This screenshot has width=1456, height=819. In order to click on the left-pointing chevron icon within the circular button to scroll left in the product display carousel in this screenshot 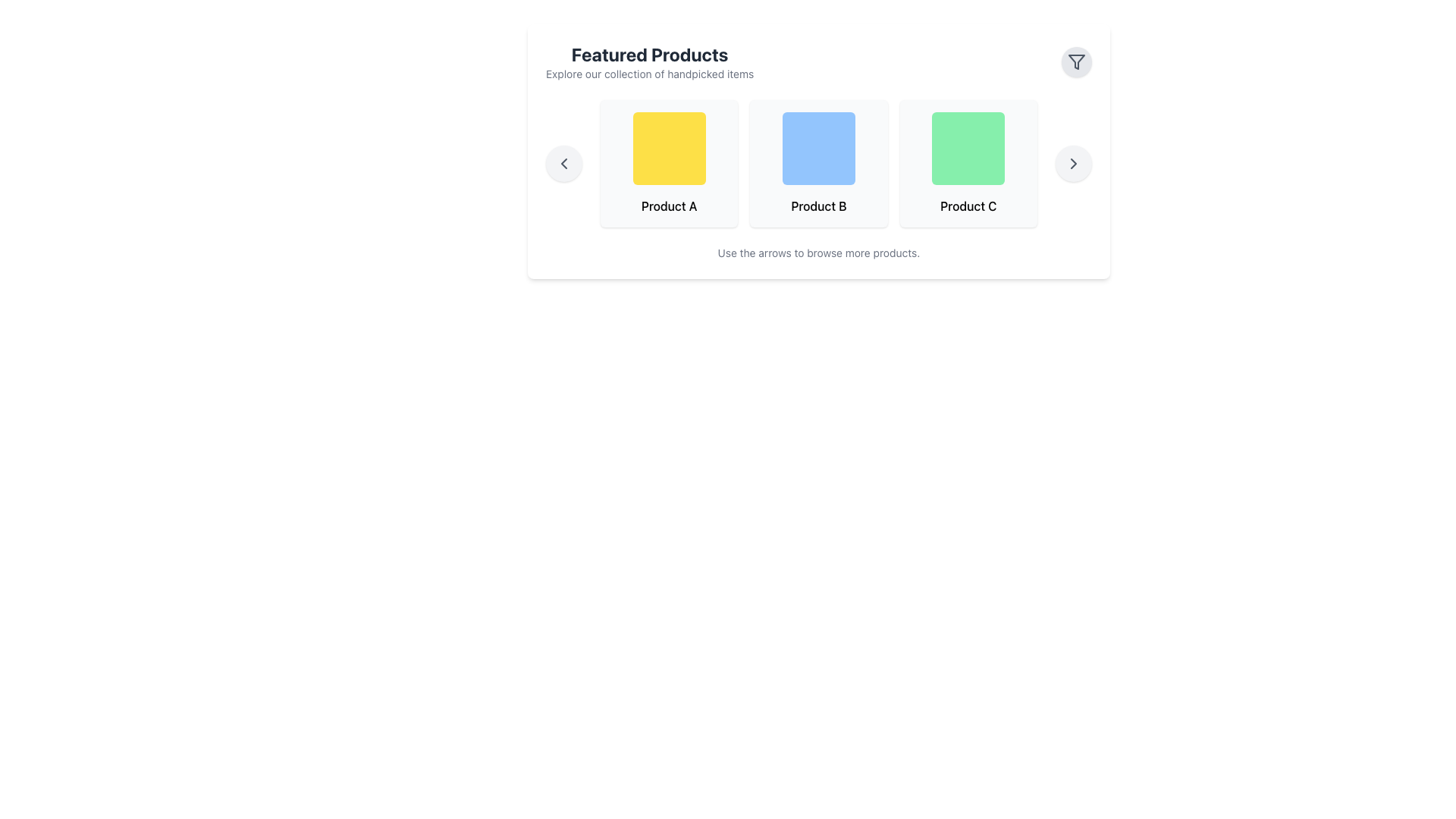, I will do `click(563, 164)`.